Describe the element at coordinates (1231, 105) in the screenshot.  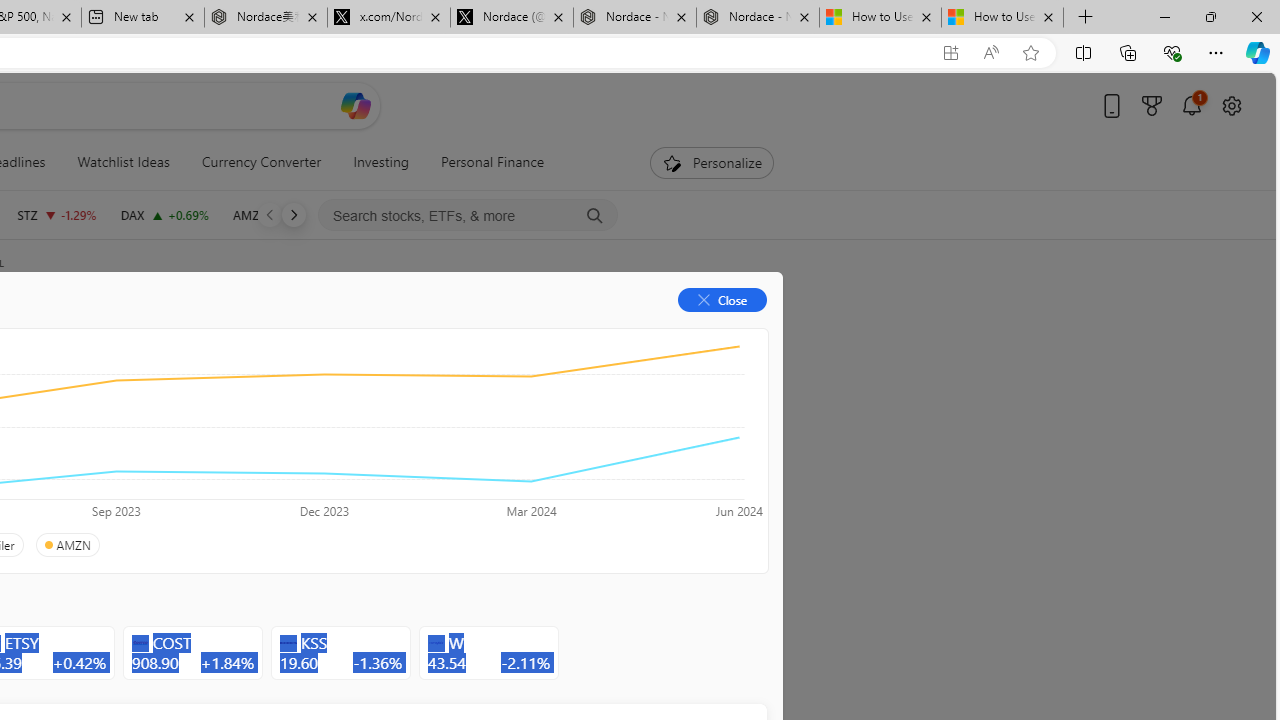
I see `'Open settings'` at that location.